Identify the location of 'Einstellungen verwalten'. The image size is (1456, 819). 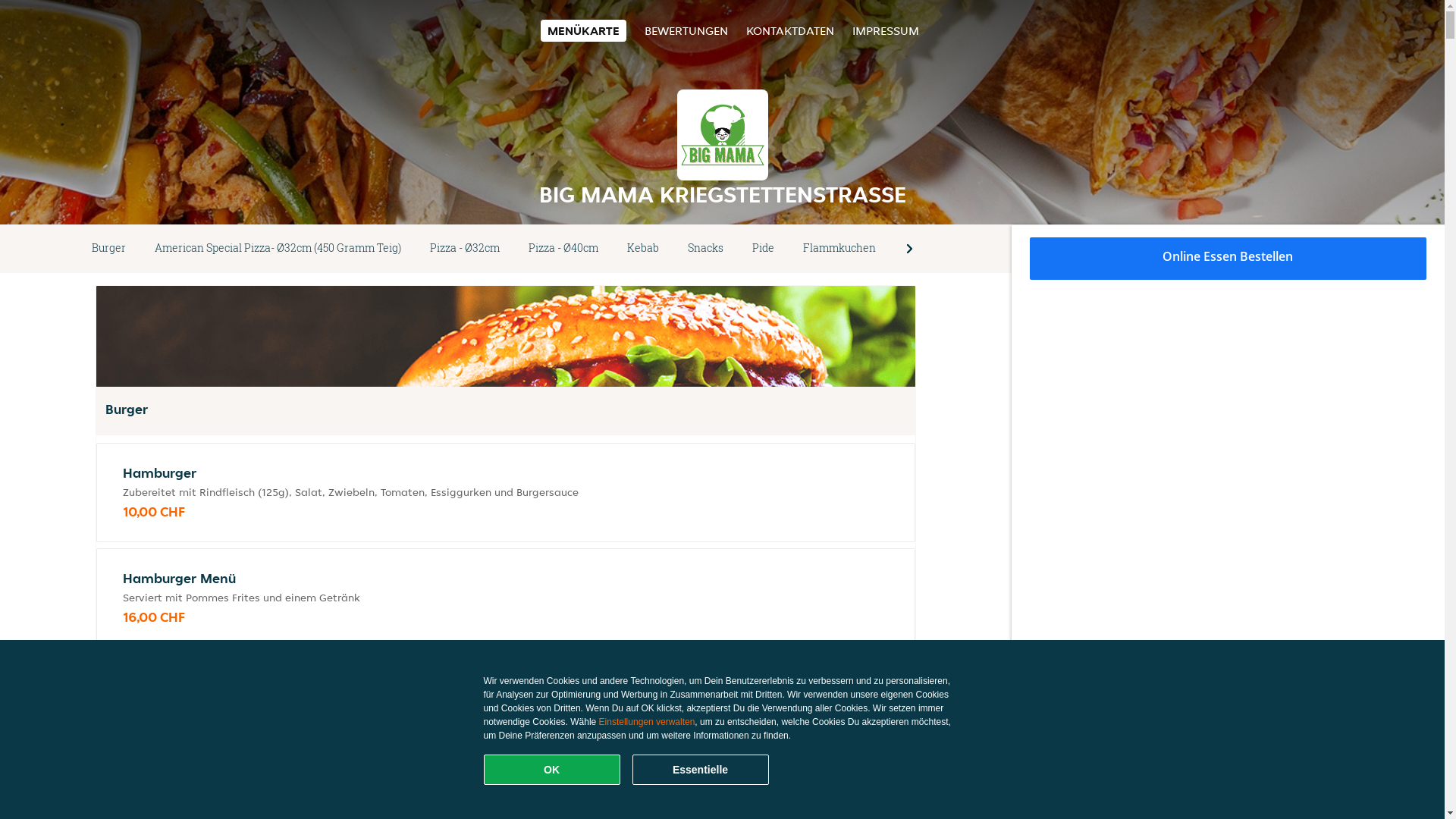
(647, 721).